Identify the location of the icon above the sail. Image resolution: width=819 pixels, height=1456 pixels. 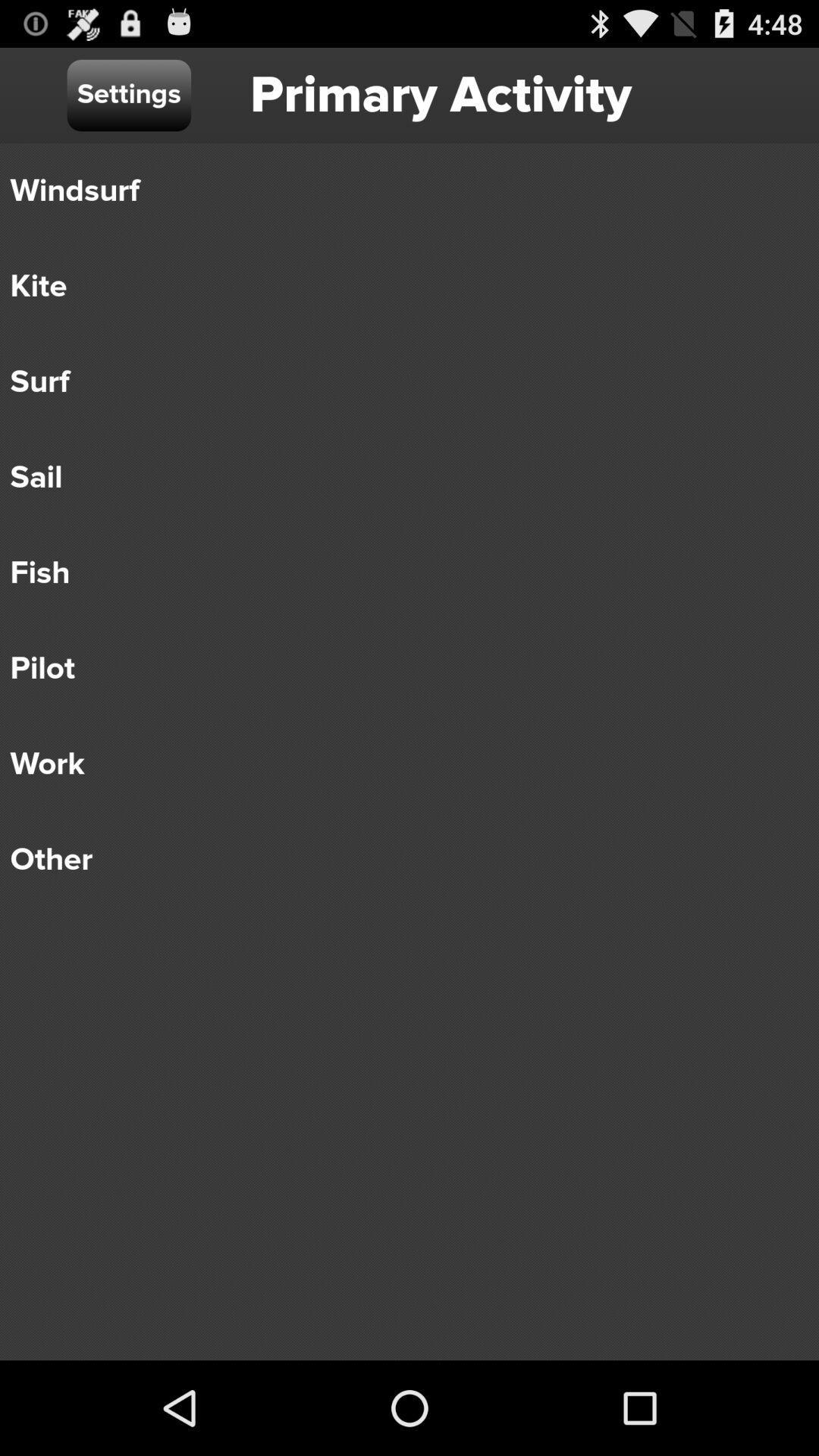
(398, 382).